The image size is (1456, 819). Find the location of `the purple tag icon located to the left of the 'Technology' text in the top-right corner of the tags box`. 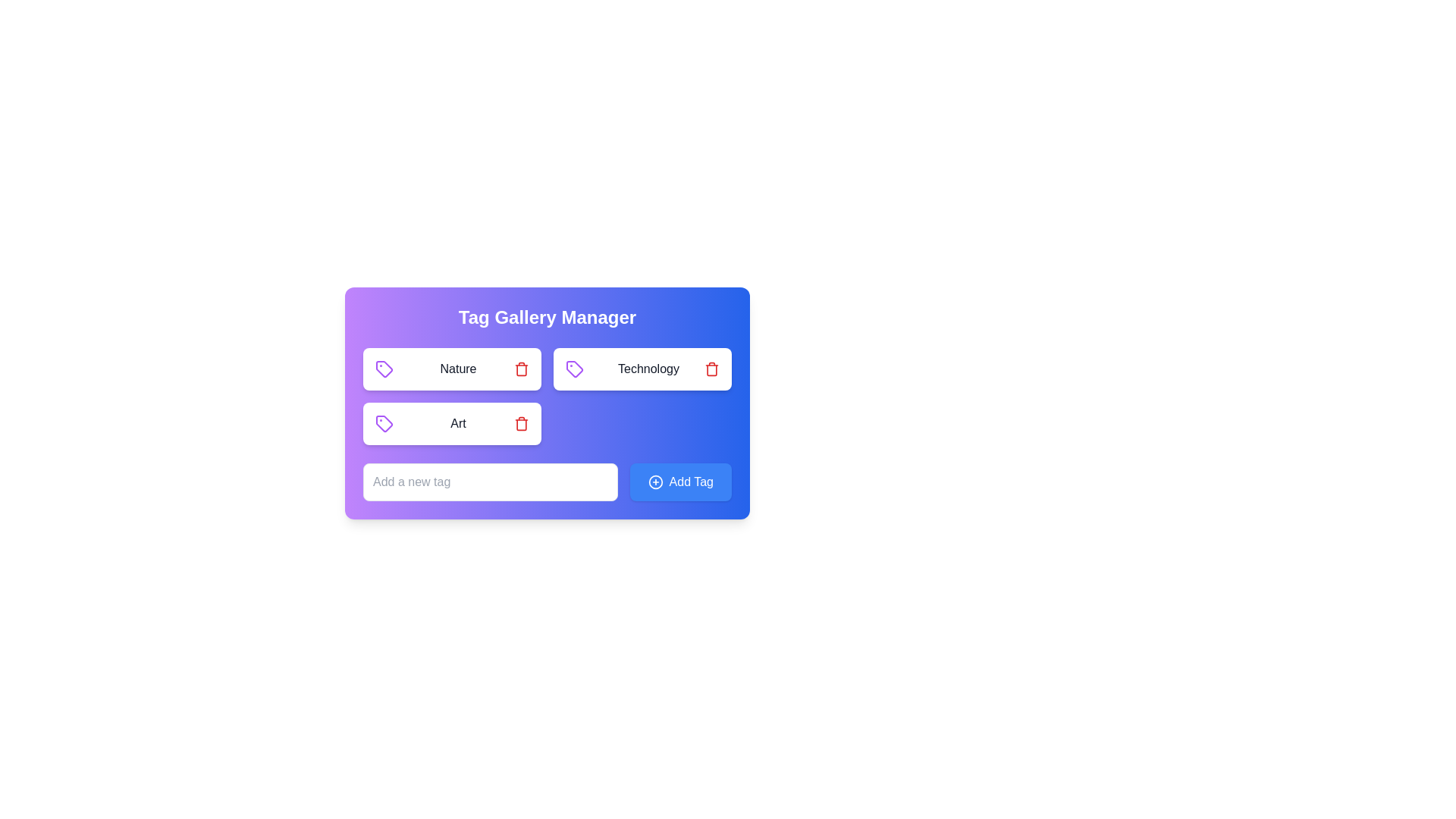

the purple tag icon located to the left of the 'Technology' text in the top-right corner of the tags box is located at coordinates (574, 369).